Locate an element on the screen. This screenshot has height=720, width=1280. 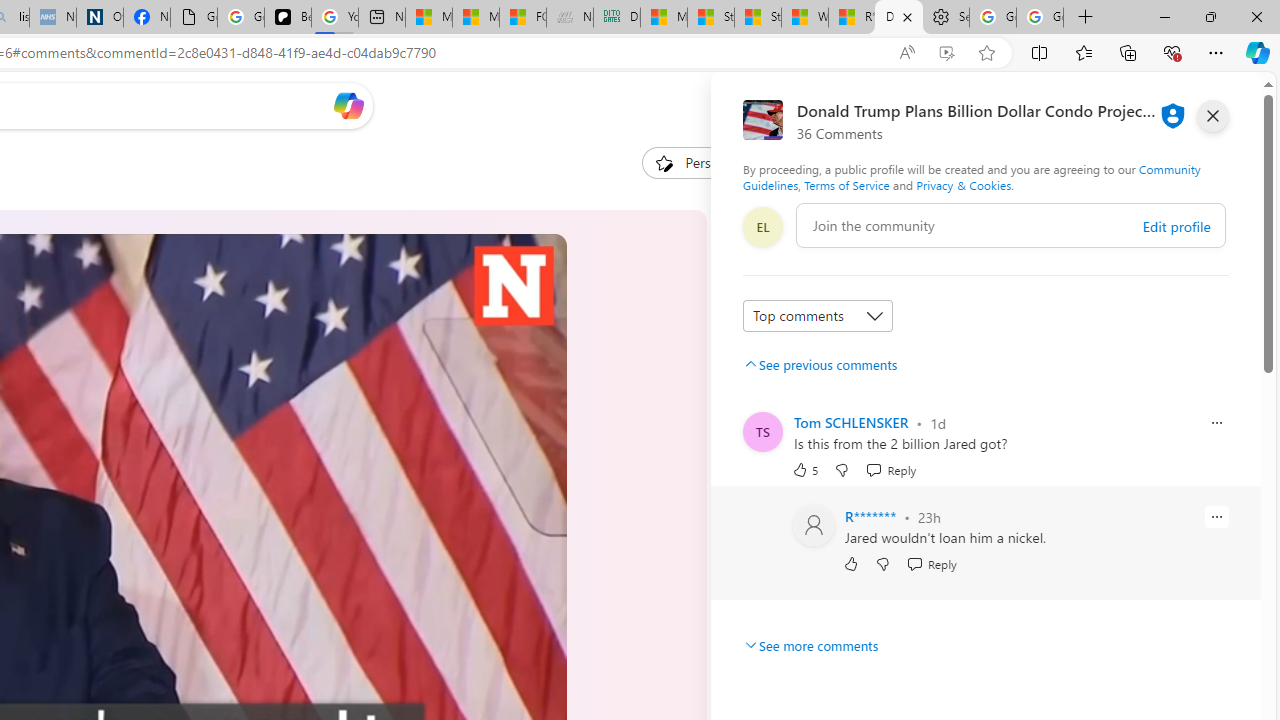
'comment-box' is located at coordinates (1011, 225).